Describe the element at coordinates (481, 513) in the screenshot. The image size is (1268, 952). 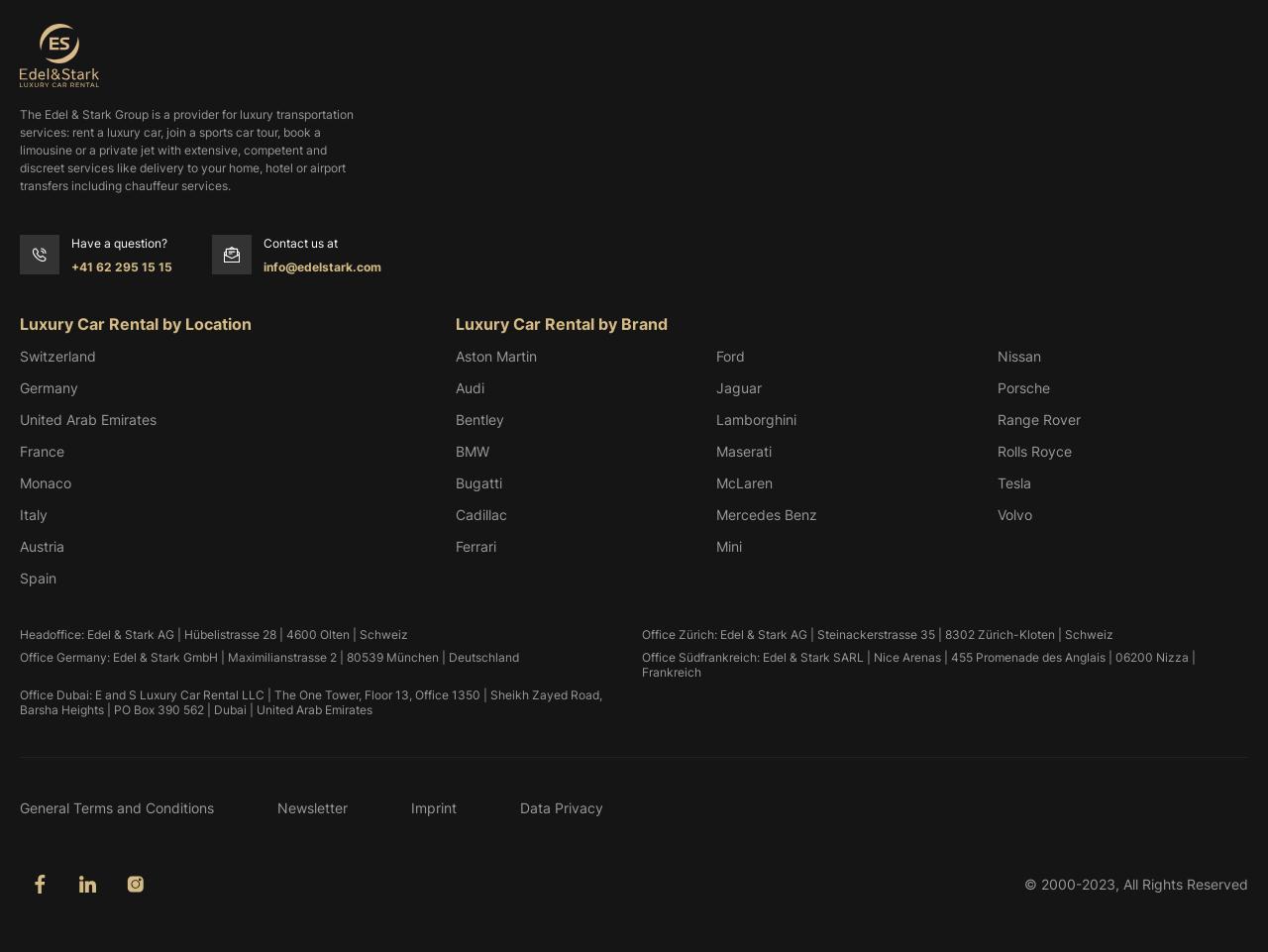
I see `'Cadillac'` at that location.